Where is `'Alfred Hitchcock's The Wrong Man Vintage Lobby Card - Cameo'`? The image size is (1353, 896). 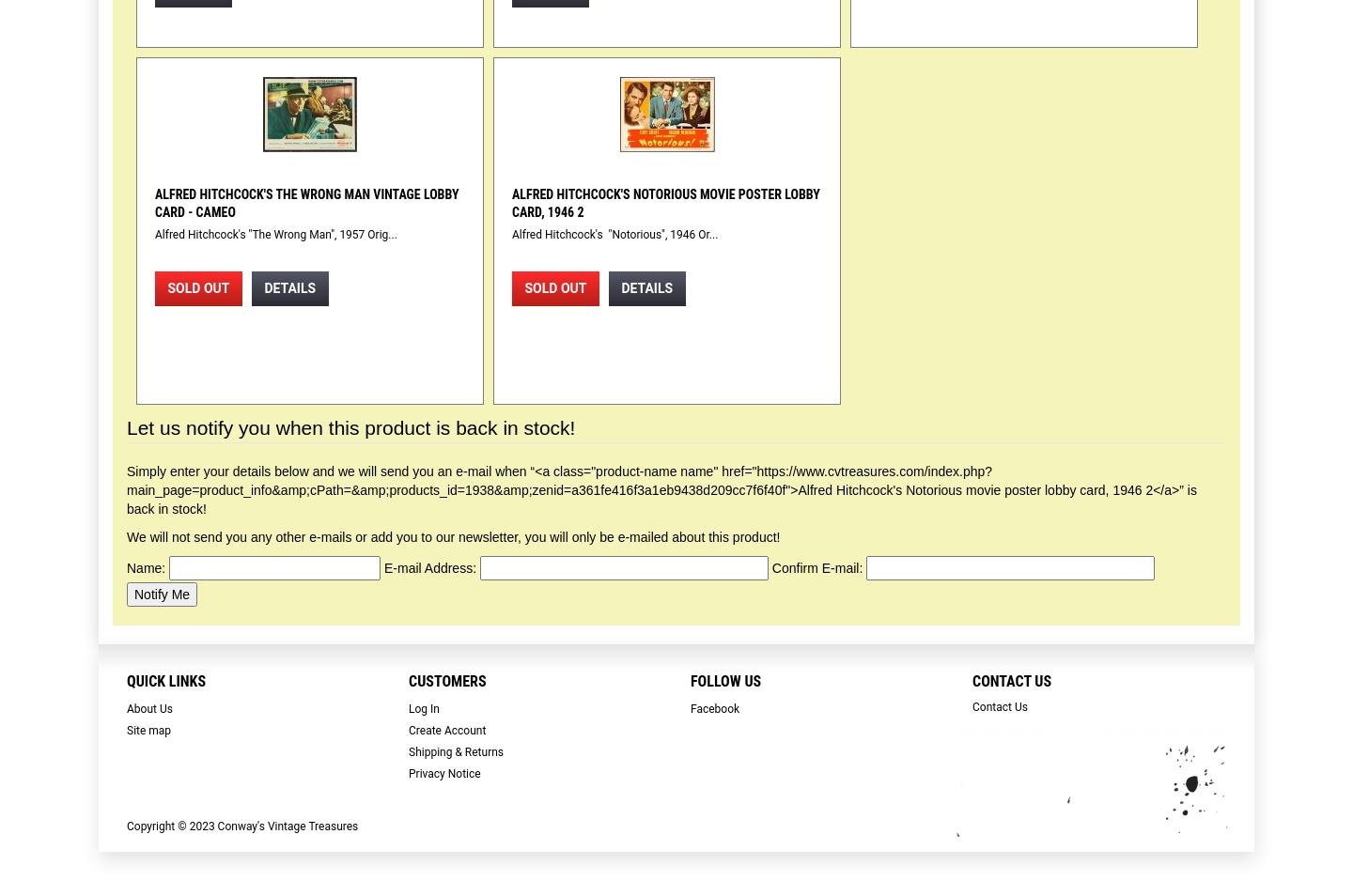 'Alfred Hitchcock's The Wrong Man Vintage Lobby Card - Cameo' is located at coordinates (306, 202).